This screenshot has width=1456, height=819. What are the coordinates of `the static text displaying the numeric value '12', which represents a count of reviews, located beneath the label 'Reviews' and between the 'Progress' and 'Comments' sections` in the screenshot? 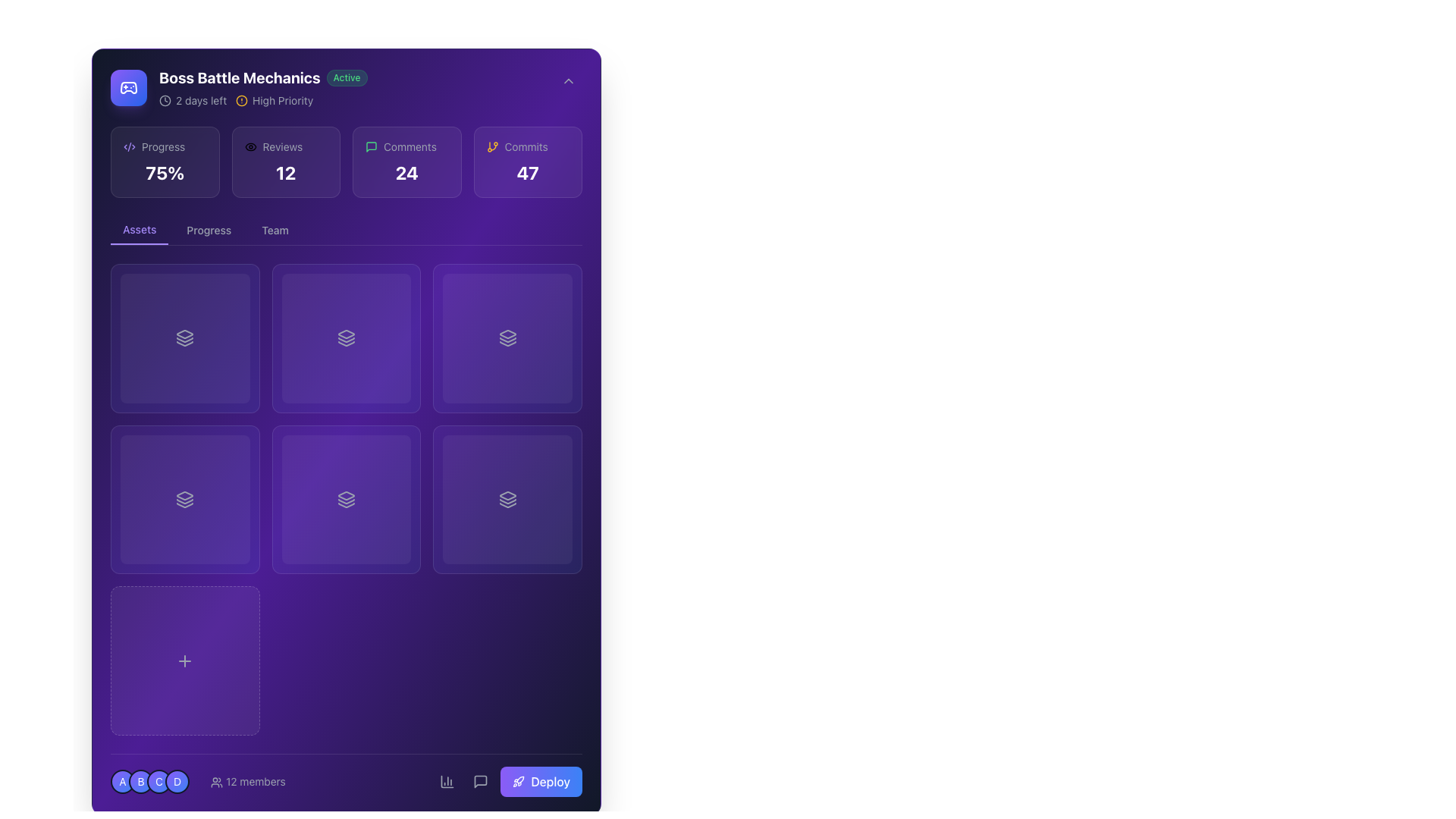 It's located at (286, 171).